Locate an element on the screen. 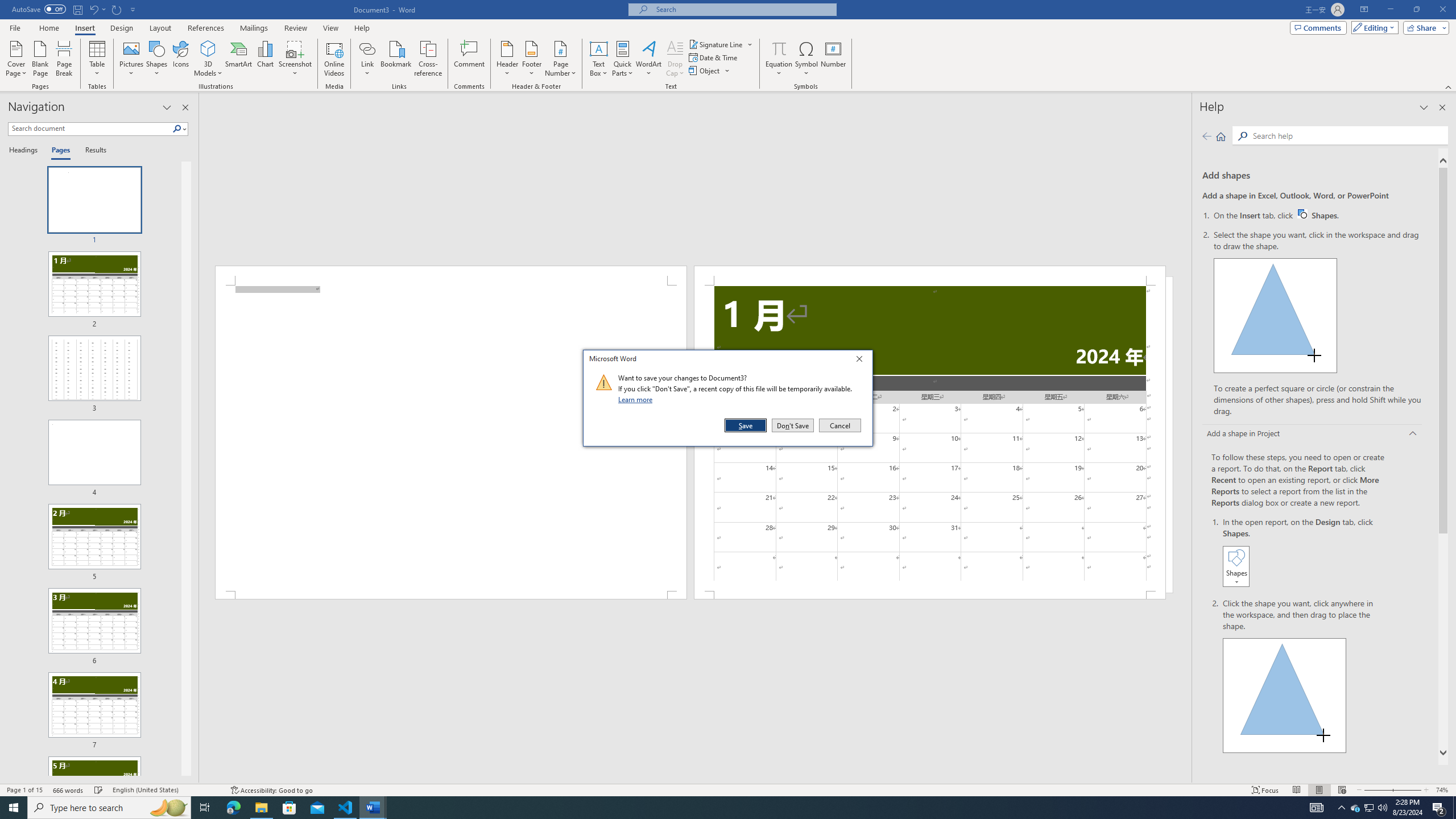 This screenshot has height=819, width=1456. 'Start' is located at coordinates (14, 806).